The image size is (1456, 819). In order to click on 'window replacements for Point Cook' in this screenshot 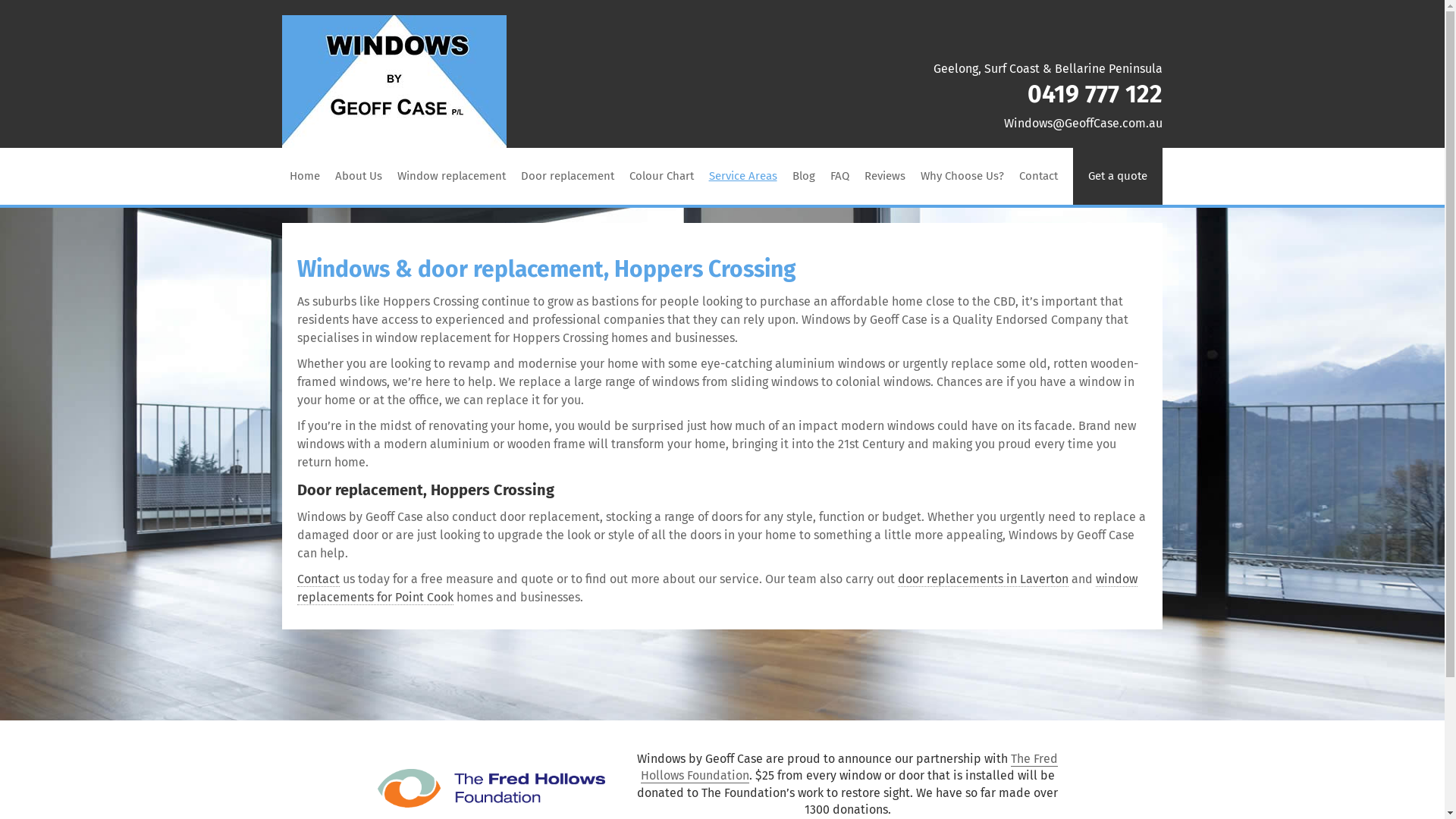, I will do `click(297, 587)`.